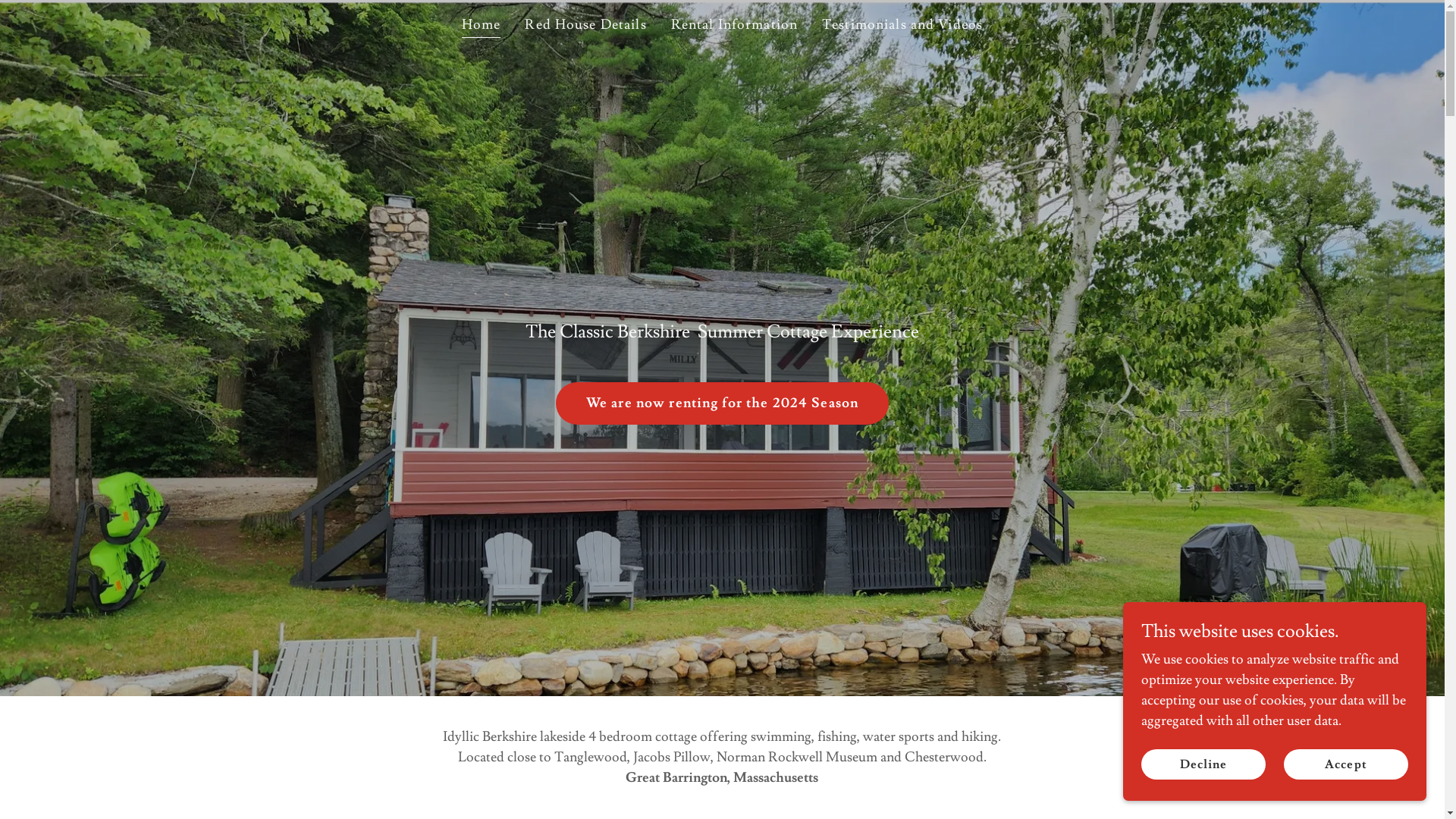 This screenshot has width=1456, height=819. What do you see at coordinates (1346, 764) in the screenshot?
I see `'Accept'` at bounding box center [1346, 764].